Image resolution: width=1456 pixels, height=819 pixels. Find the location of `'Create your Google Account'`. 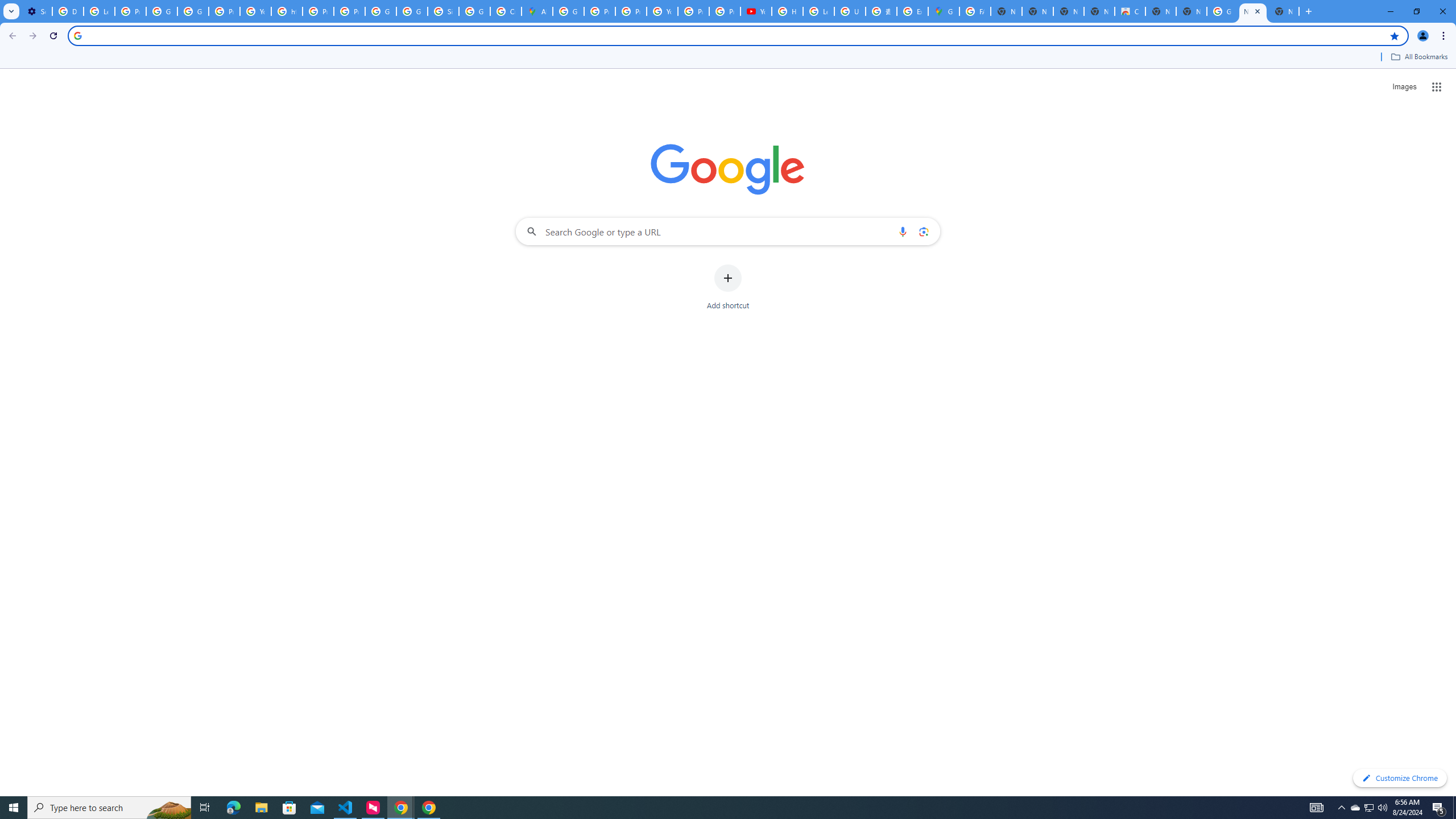

'Create your Google Account' is located at coordinates (505, 11).